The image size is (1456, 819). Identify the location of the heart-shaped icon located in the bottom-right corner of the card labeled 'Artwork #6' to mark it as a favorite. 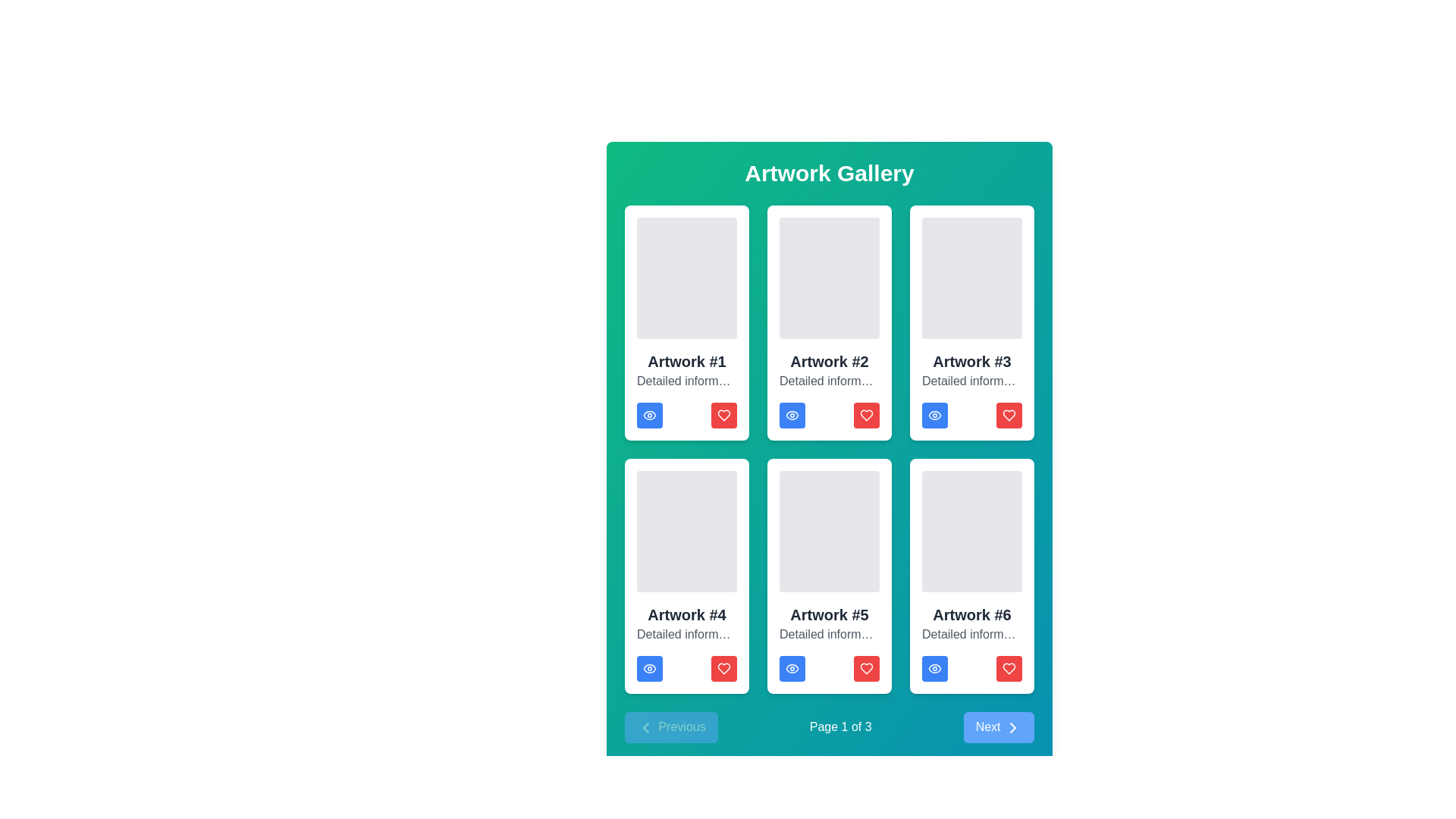
(1009, 668).